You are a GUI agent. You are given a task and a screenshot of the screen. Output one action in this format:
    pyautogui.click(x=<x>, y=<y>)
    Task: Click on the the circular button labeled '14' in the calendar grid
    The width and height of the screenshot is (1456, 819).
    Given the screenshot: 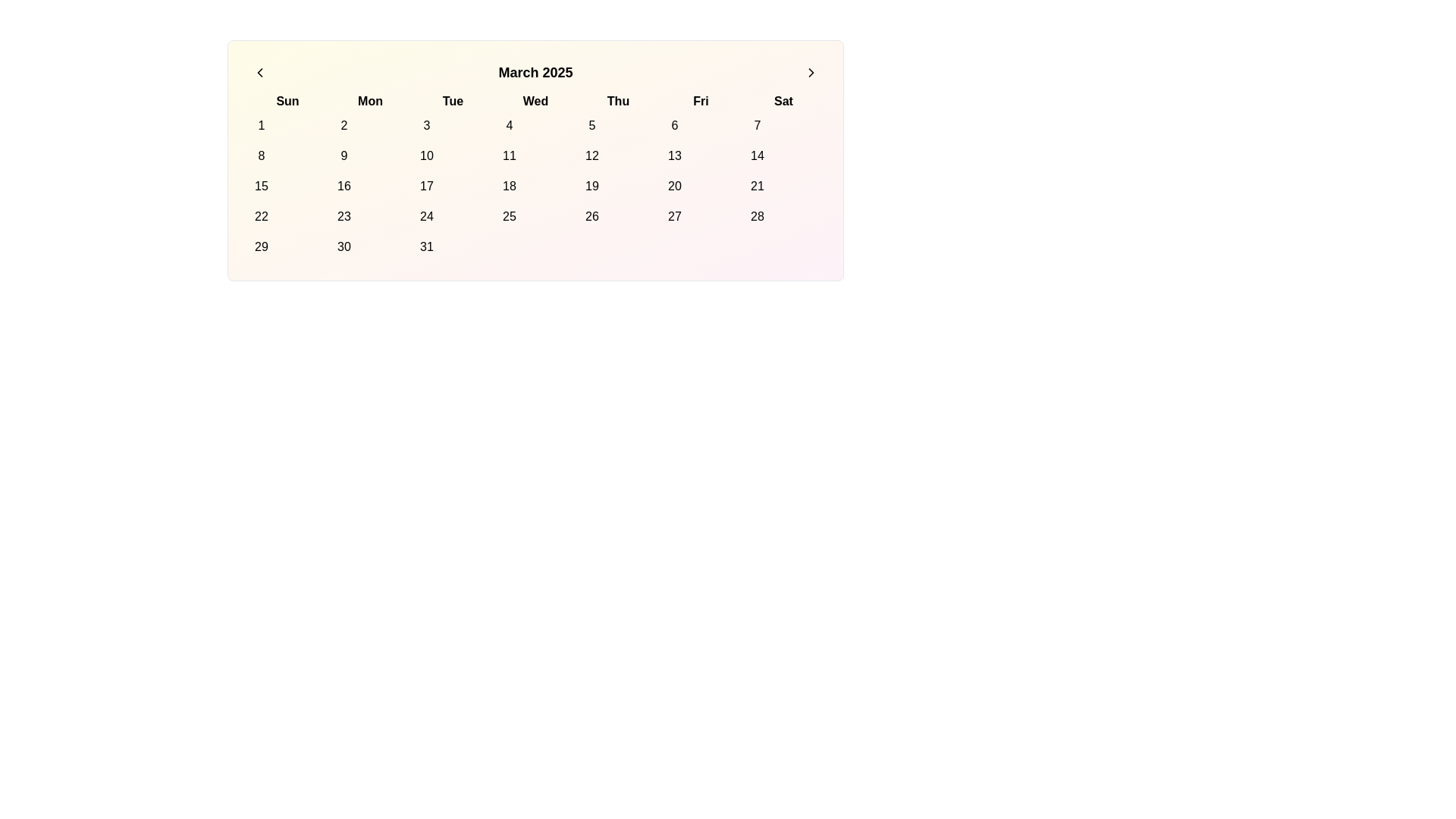 What is the action you would take?
    pyautogui.click(x=757, y=155)
    